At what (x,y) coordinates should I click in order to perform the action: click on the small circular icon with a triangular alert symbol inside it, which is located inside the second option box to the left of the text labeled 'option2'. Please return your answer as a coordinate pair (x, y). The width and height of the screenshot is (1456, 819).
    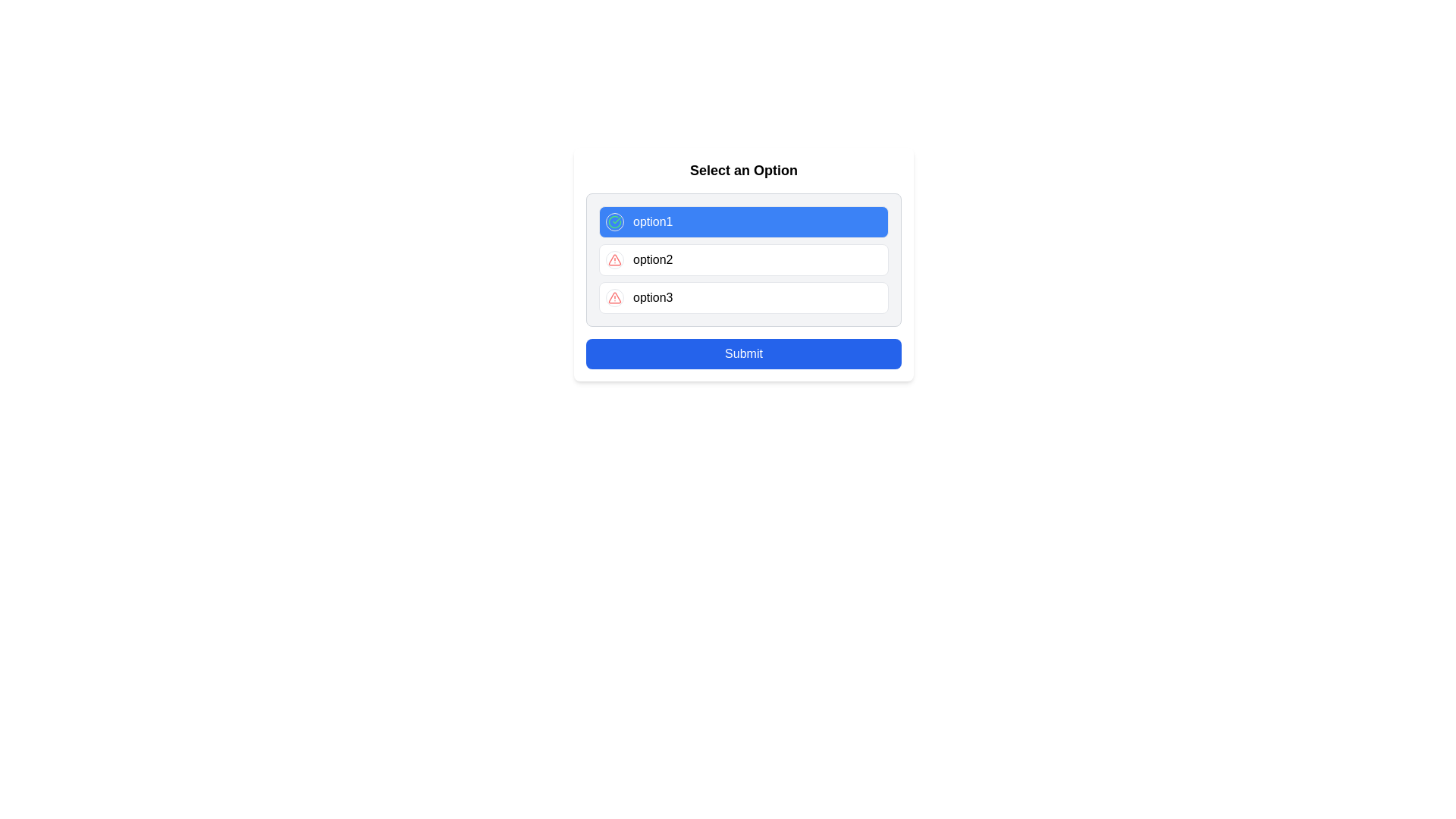
    Looking at the image, I should click on (615, 259).